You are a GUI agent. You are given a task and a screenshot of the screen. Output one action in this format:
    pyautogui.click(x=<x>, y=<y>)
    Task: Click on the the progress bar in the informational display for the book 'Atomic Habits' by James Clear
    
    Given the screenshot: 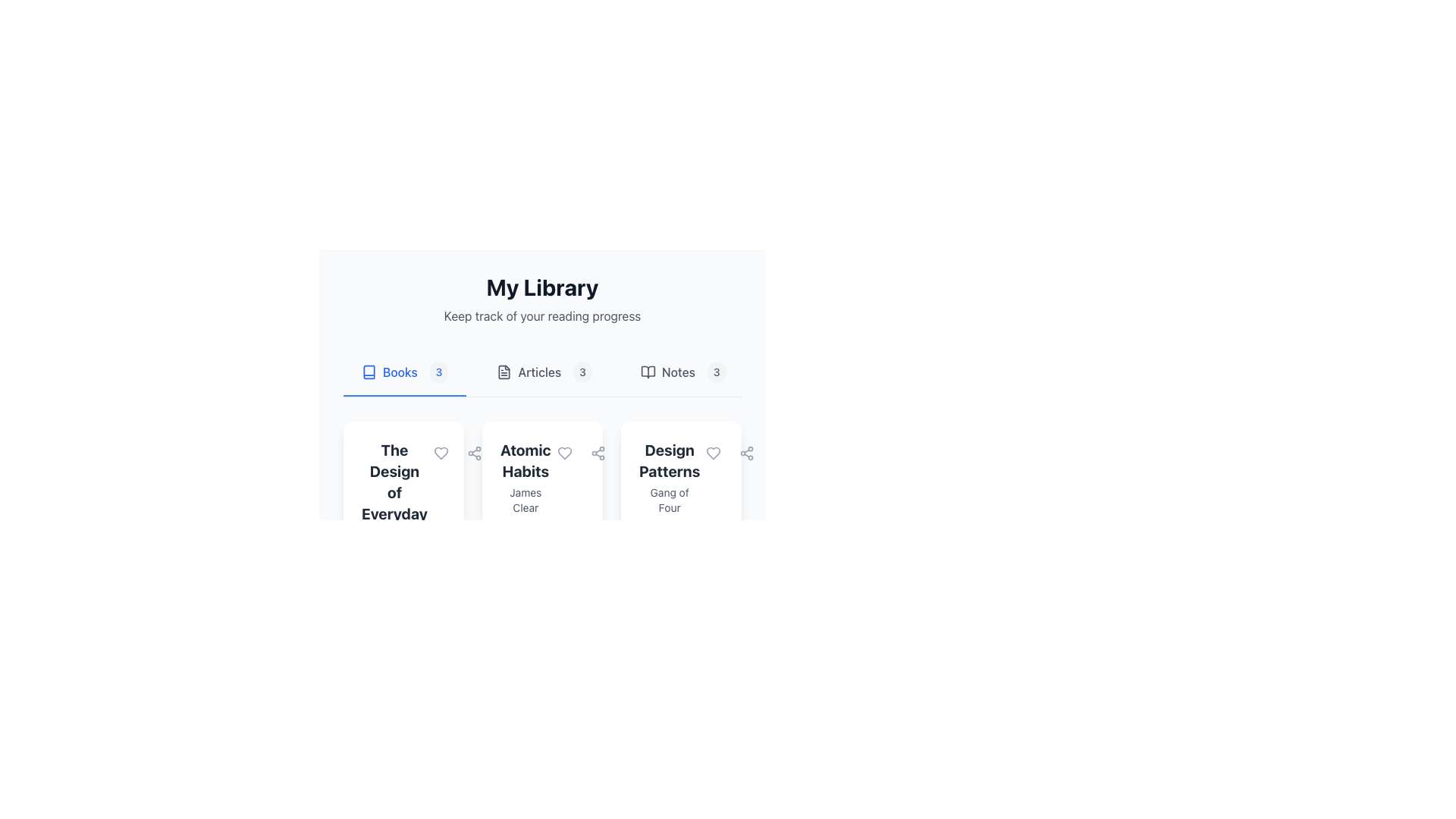 What is the action you would take?
    pyautogui.click(x=542, y=540)
    